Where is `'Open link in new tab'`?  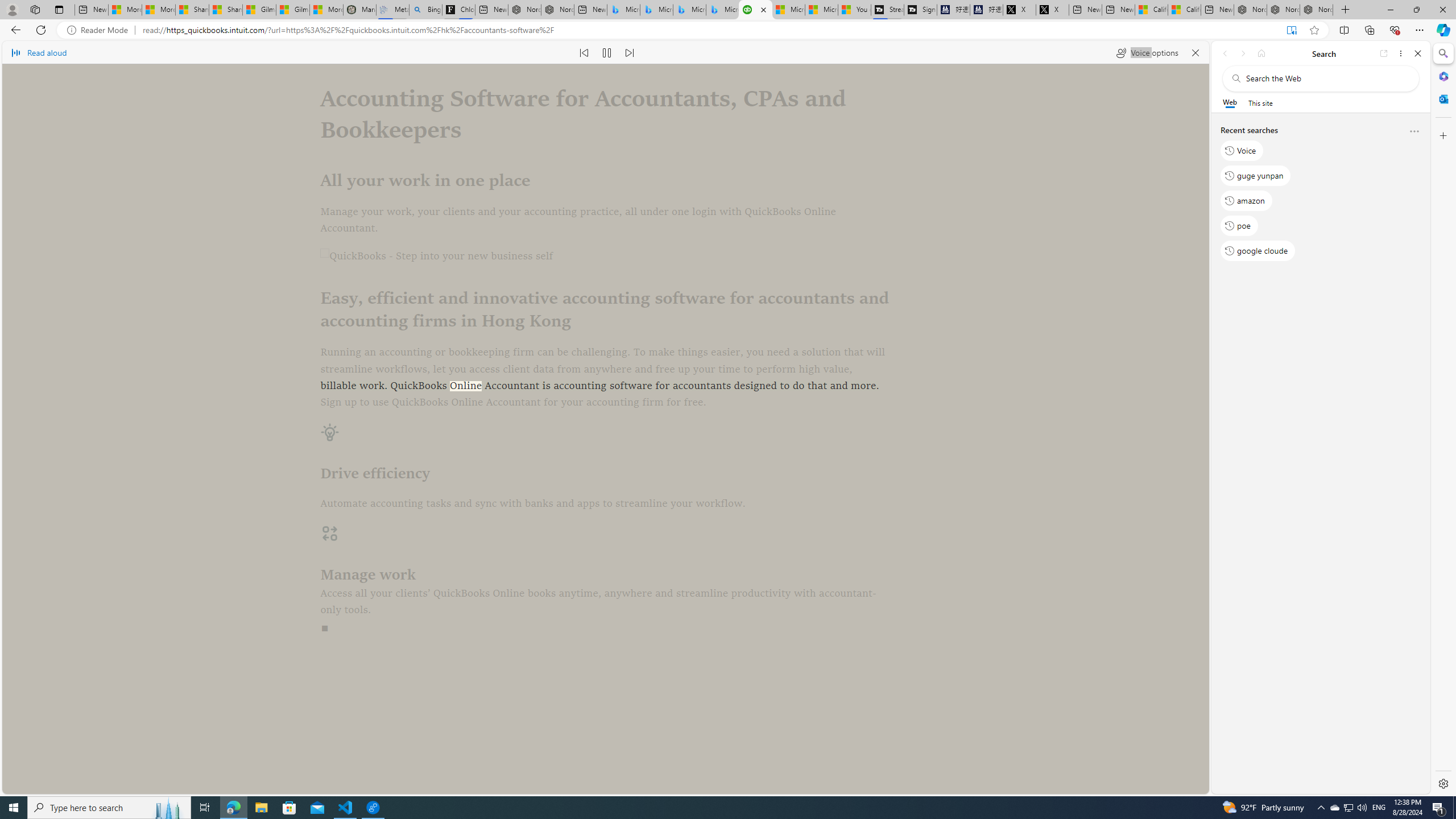 'Open link in new tab' is located at coordinates (1384, 53).